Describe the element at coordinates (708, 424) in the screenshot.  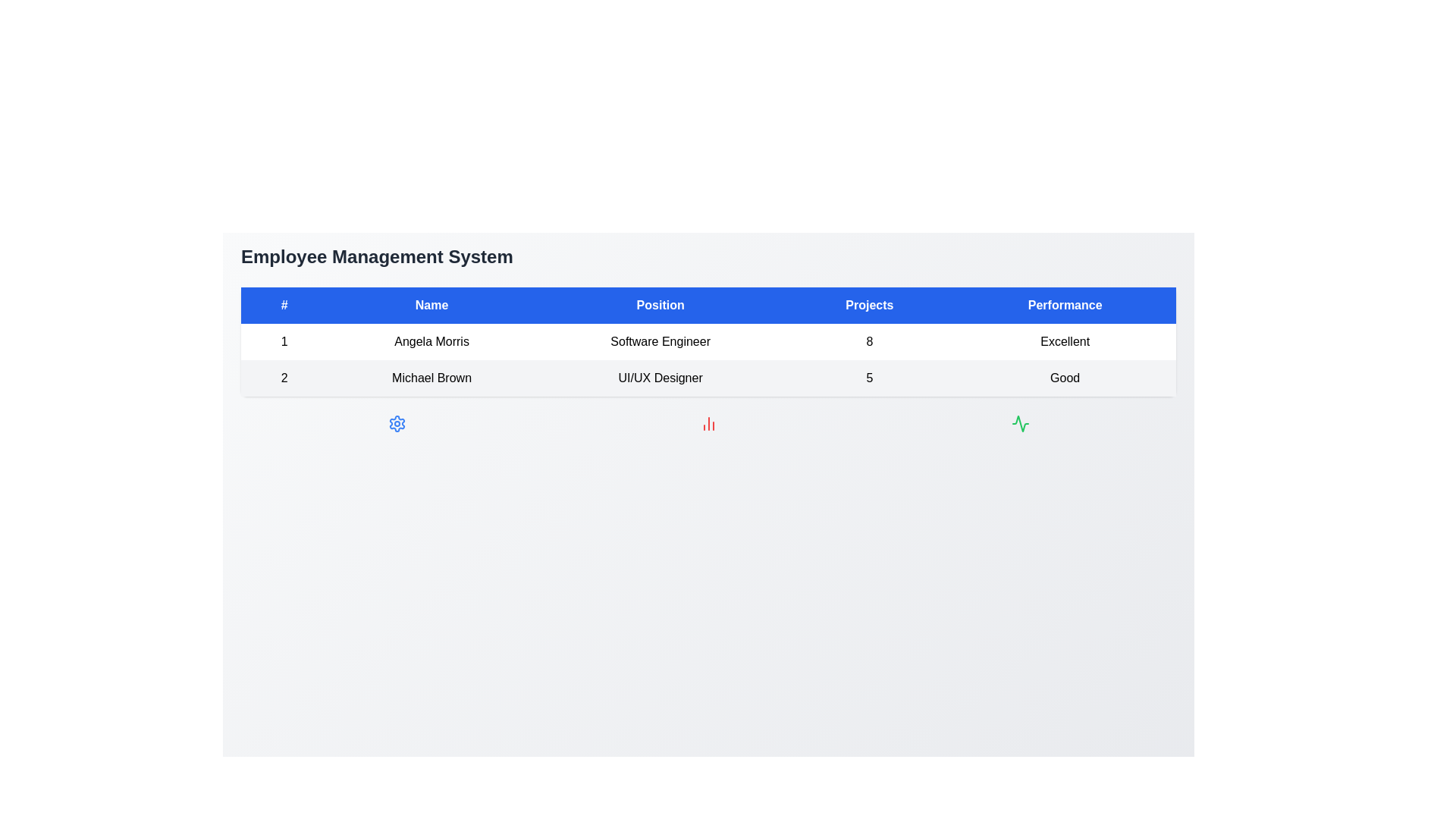
I see `the Icon button, which is the third element among its siblings, to change its color. This button is associated with bar chart functionality and is located towards the center-bottom area of the UI` at that location.